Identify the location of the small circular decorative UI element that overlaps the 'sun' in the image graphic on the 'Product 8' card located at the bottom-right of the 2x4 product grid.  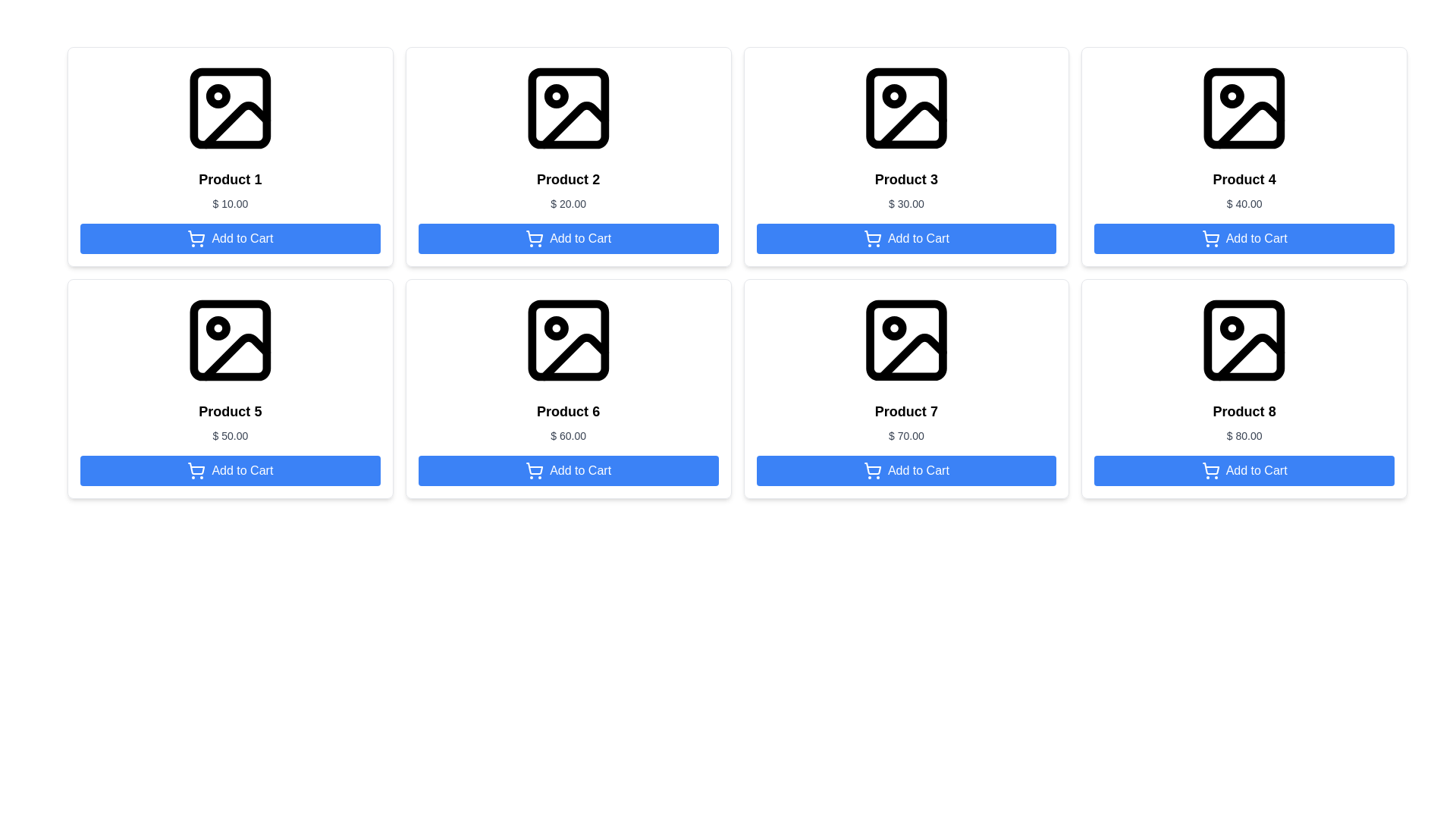
(1232, 327).